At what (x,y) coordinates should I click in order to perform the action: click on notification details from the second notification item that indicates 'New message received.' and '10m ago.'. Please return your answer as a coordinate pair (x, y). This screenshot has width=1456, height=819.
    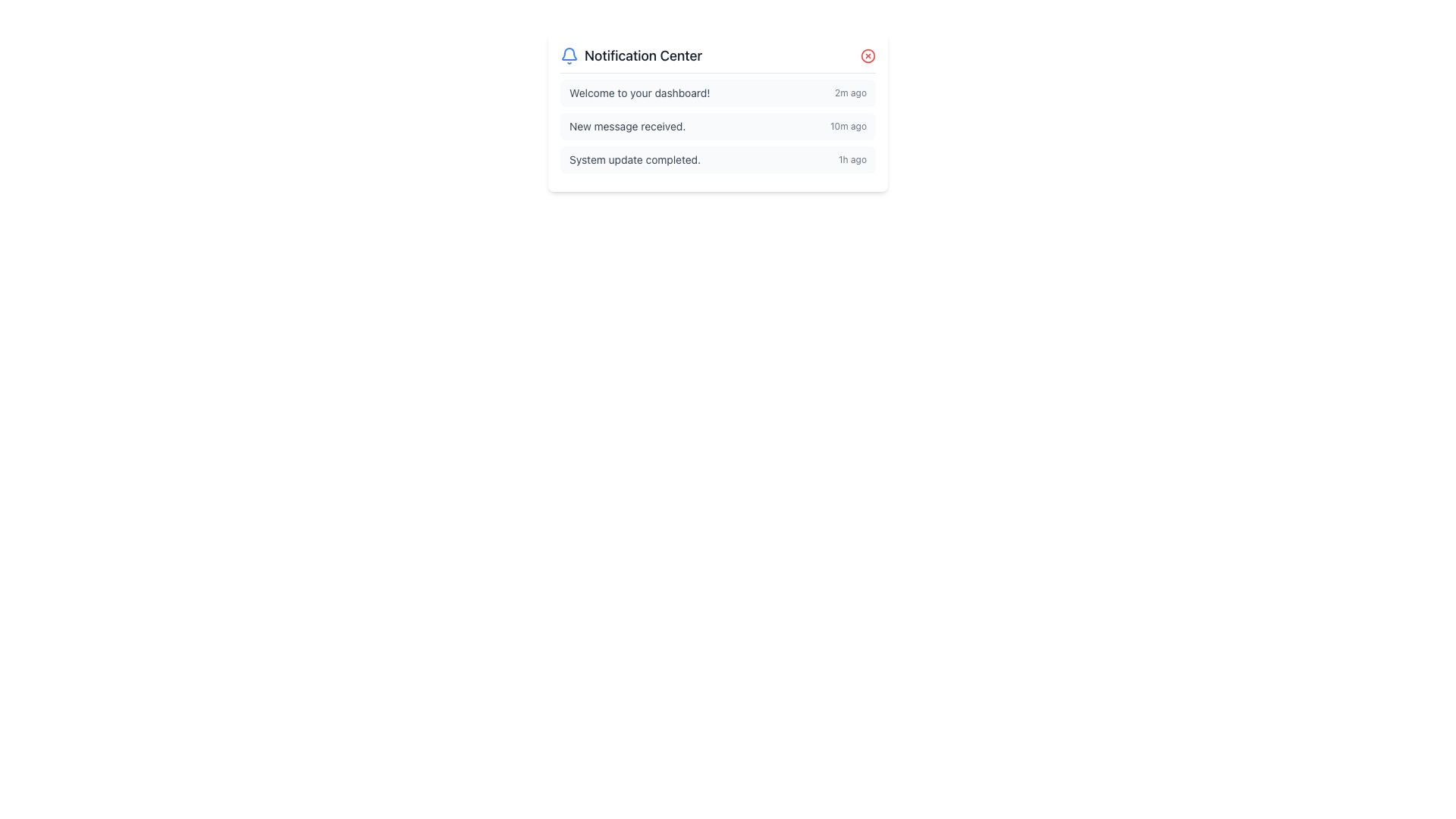
    Looking at the image, I should click on (717, 125).